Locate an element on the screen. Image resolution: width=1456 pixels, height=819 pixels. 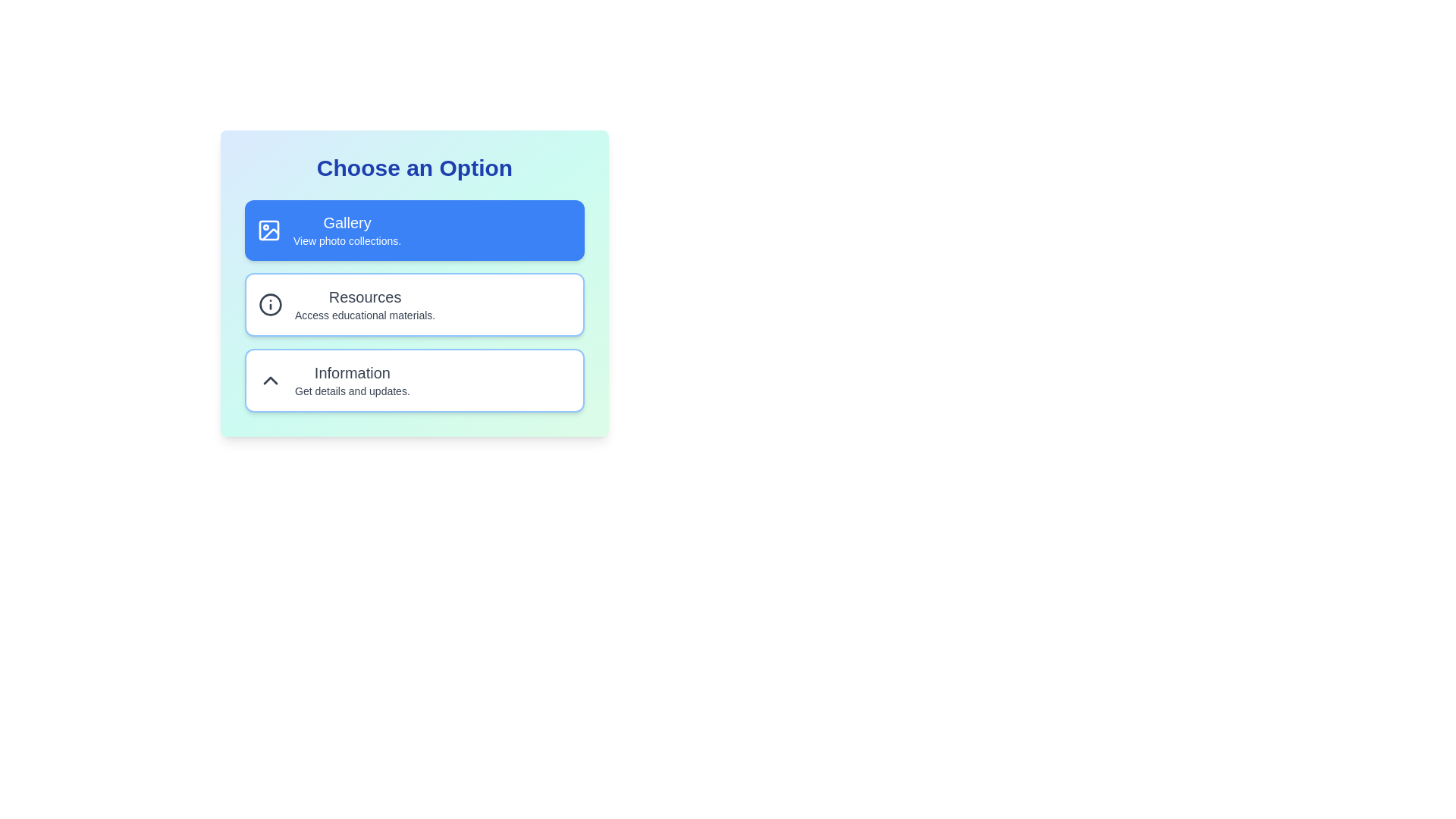
the 'Resources' button that displays two lines of text: 'Resources' in bold and 'Access educational materials.' in a smaller font, located in the center of a card-like interface below 'Gallery' and above 'Information' is located at coordinates (365, 304).